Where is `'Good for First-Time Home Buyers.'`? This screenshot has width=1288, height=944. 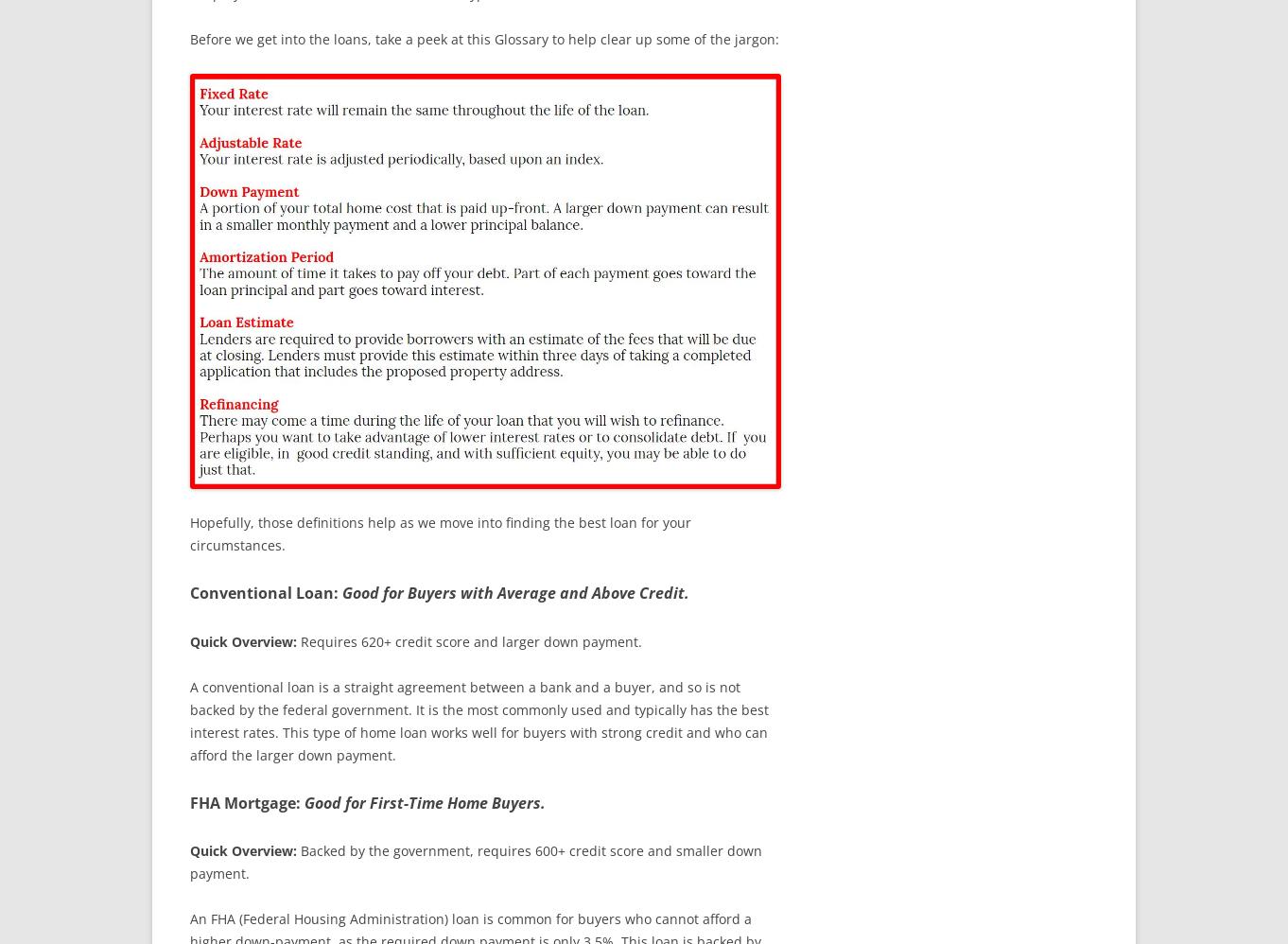 'Good for First-Time Home Buyers.' is located at coordinates (425, 802).